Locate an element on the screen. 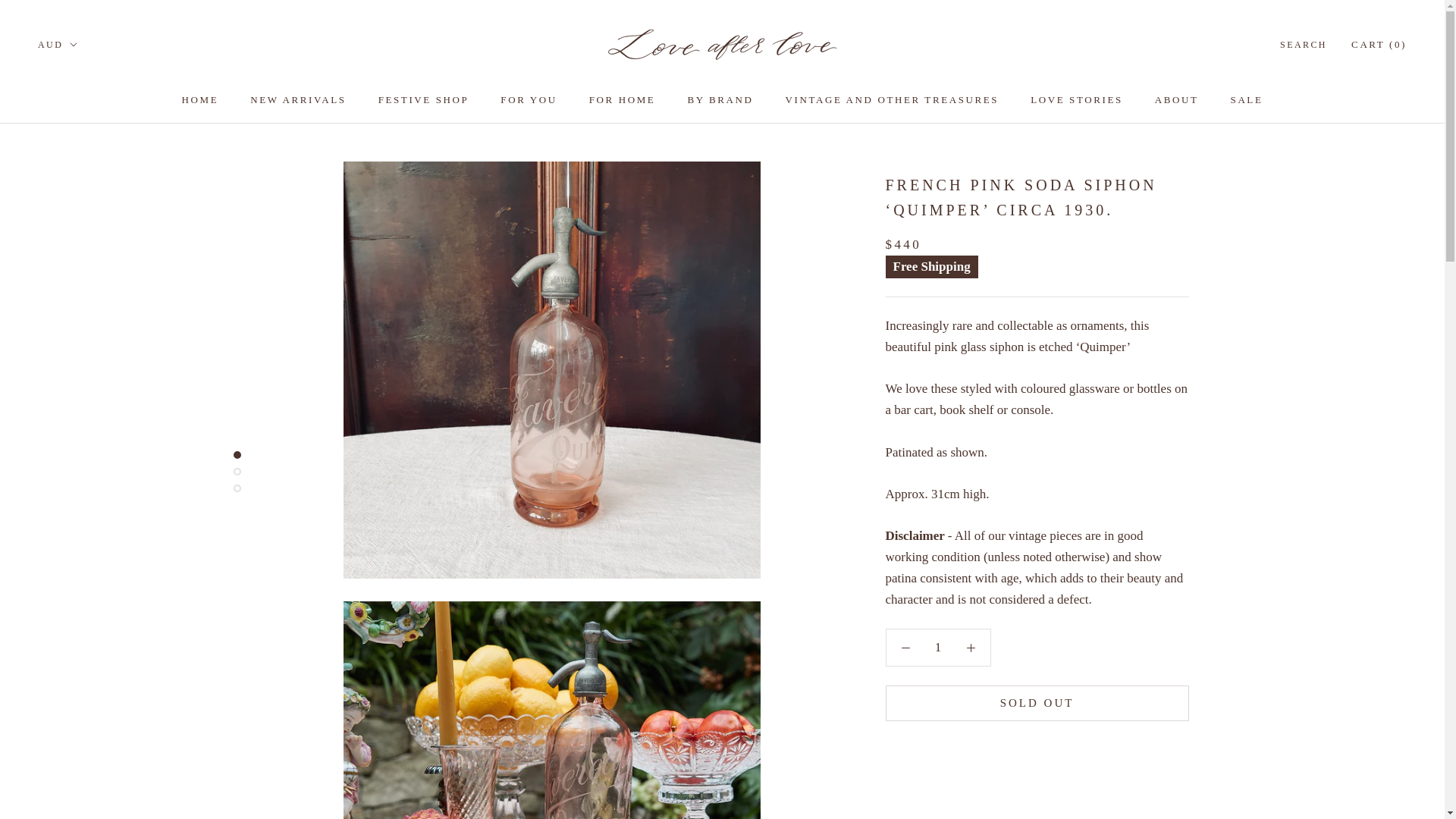  'VINTAGE AND OTHER TREASURES' is located at coordinates (892, 99).